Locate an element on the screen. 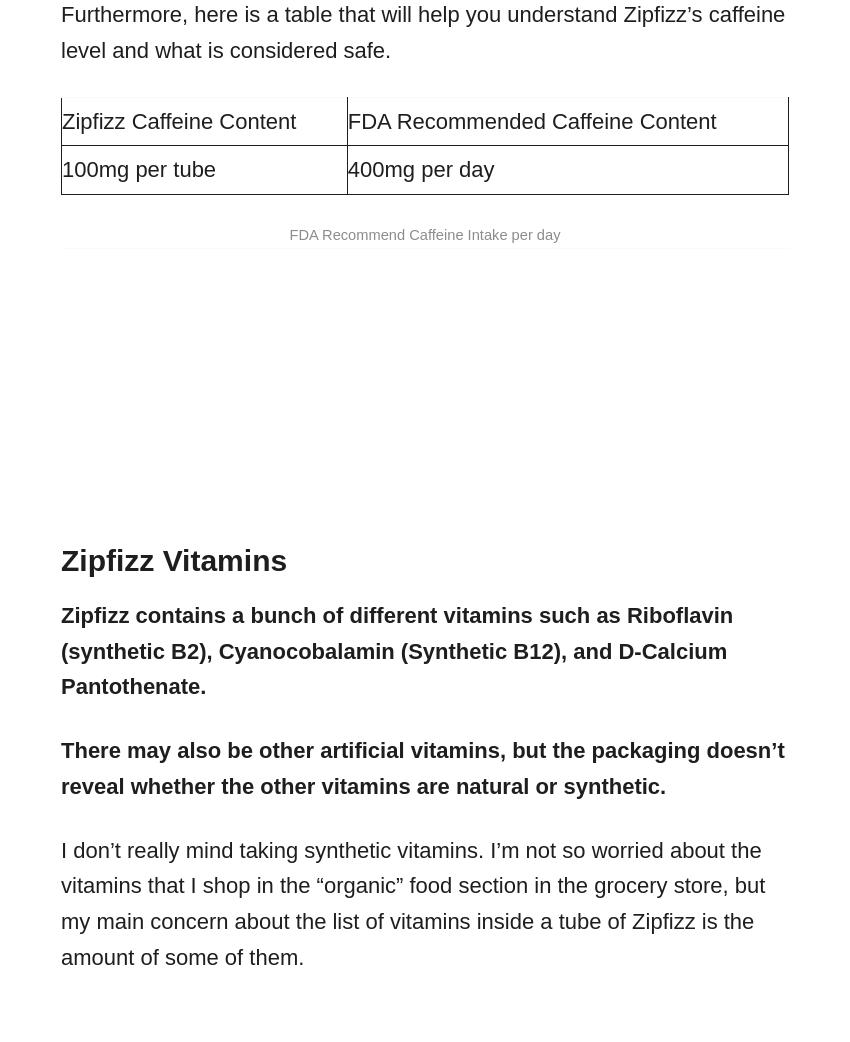 The width and height of the screenshot is (850, 1042). 'FDA Recommend Caffeine Intake per day' is located at coordinates (424, 233).